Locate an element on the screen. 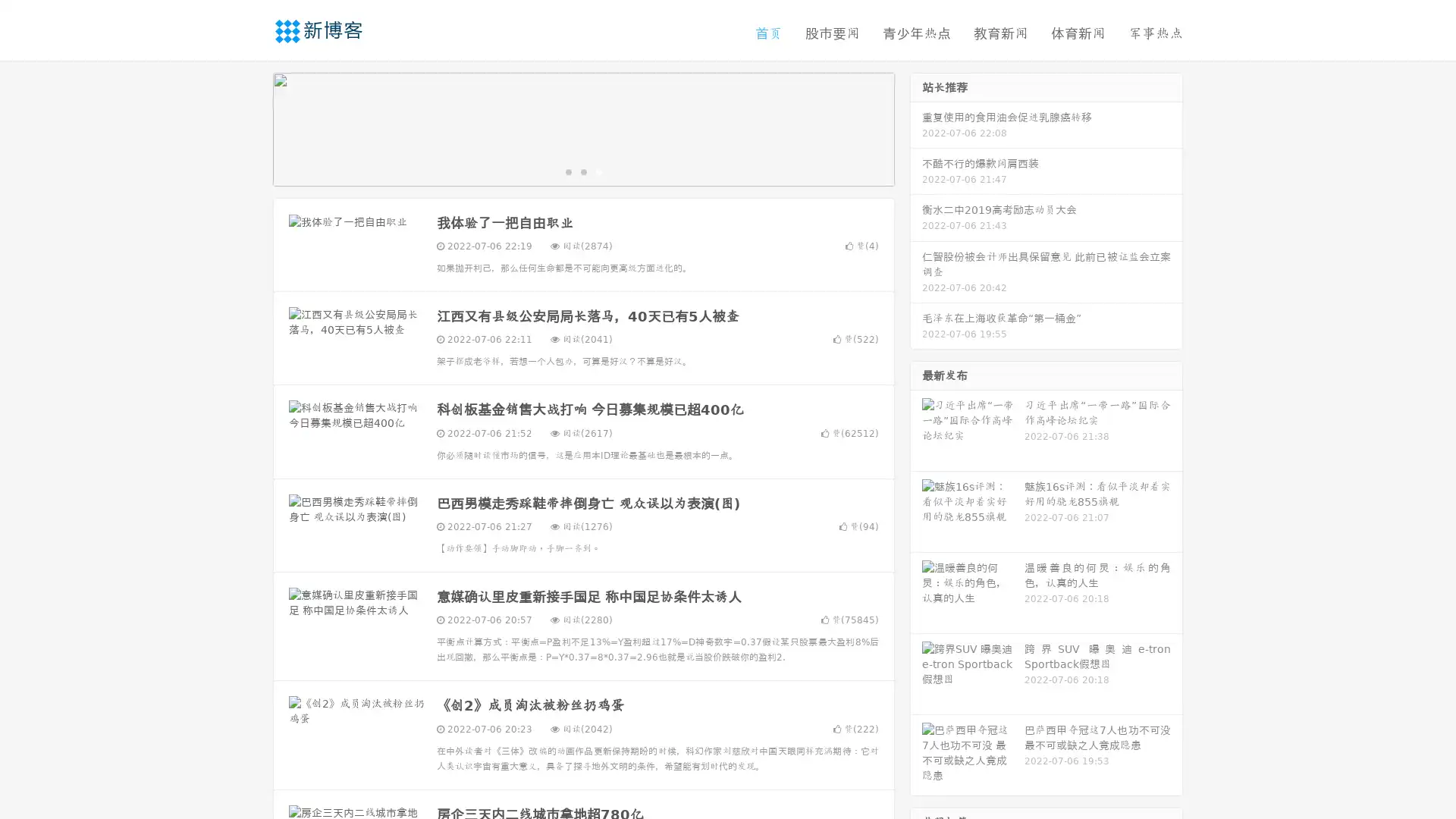 Image resolution: width=1456 pixels, height=819 pixels. Go to slide 1 is located at coordinates (567, 171).